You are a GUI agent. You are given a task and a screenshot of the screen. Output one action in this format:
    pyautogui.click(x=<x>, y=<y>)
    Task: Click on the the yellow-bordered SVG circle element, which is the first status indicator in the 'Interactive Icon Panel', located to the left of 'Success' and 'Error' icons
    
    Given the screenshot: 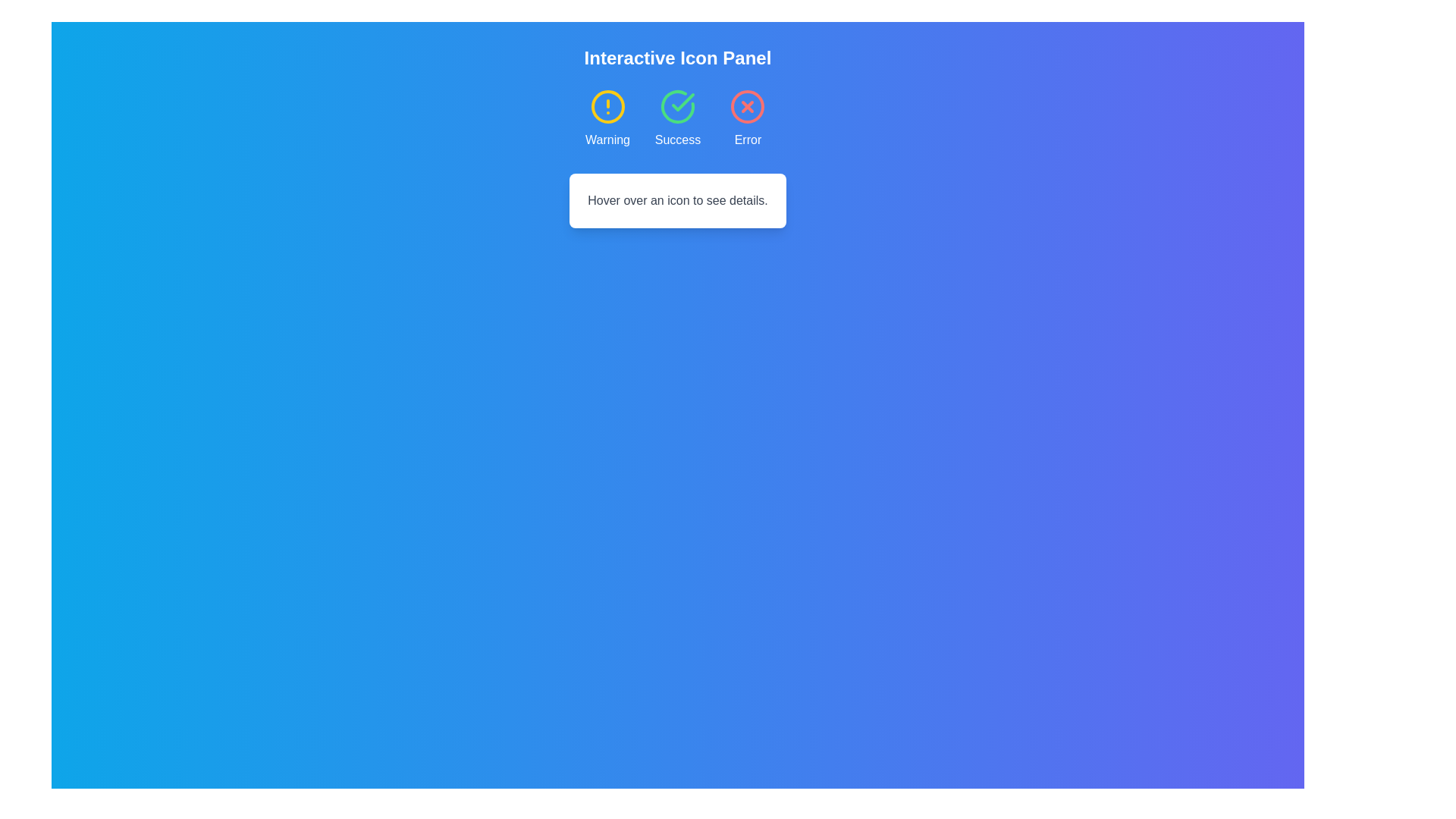 What is the action you would take?
    pyautogui.click(x=607, y=106)
    